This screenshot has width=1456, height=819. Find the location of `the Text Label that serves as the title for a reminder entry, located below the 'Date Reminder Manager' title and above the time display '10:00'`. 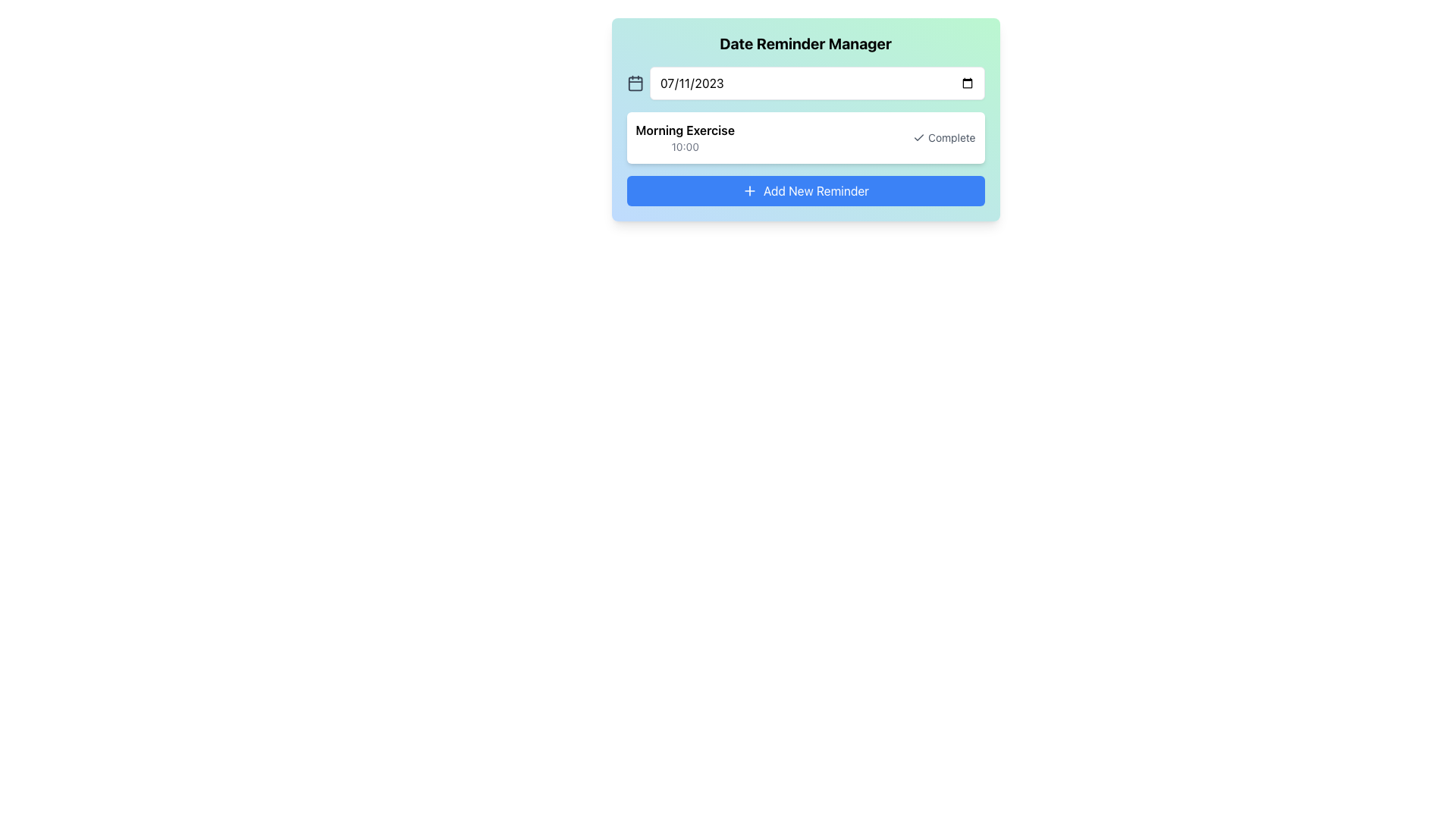

the Text Label that serves as the title for a reminder entry, located below the 'Date Reminder Manager' title and above the time display '10:00' is located at coordinates (684, 130).